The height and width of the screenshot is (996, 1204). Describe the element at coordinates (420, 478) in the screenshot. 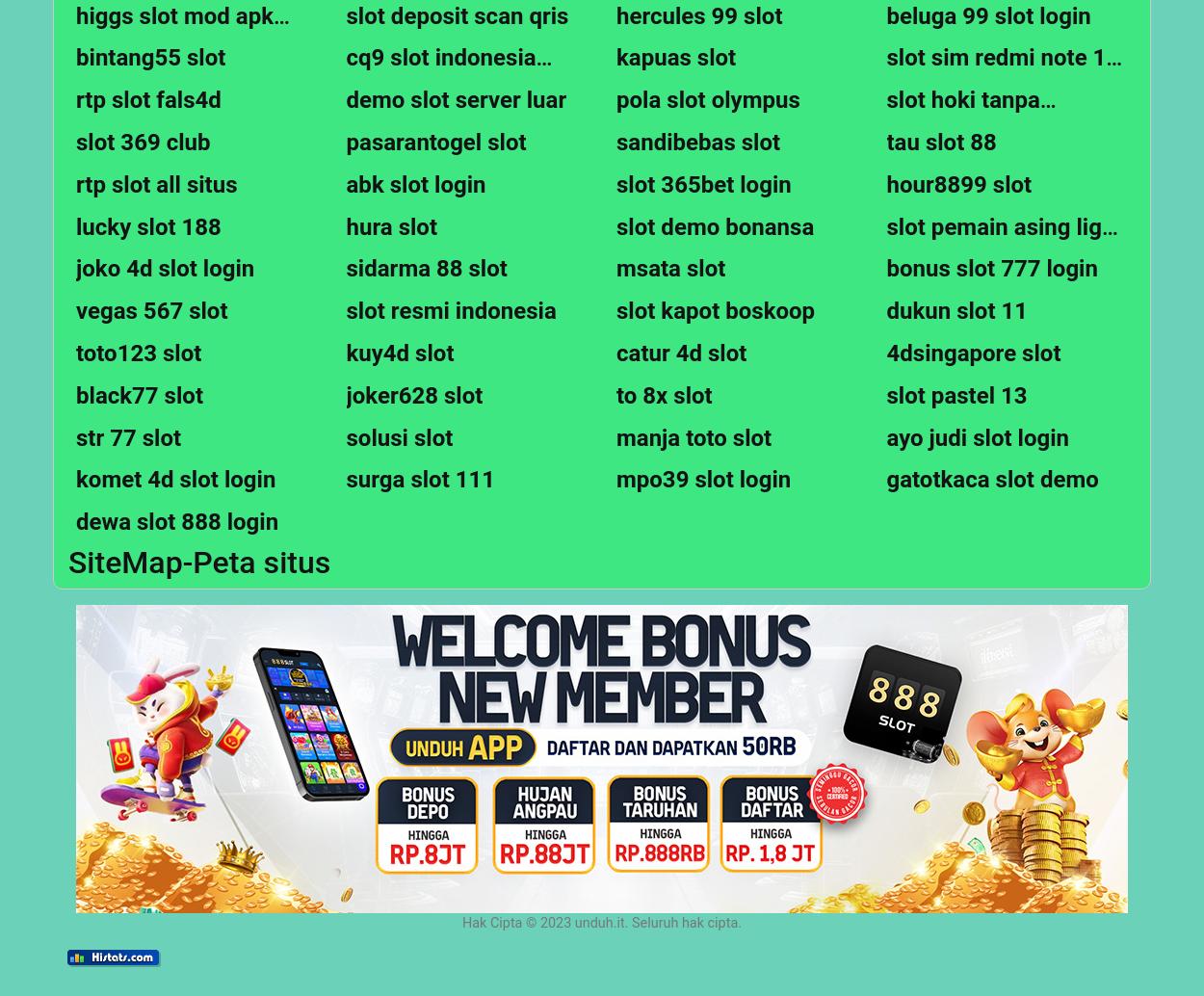

I see `'surga slot 111'` at that location.